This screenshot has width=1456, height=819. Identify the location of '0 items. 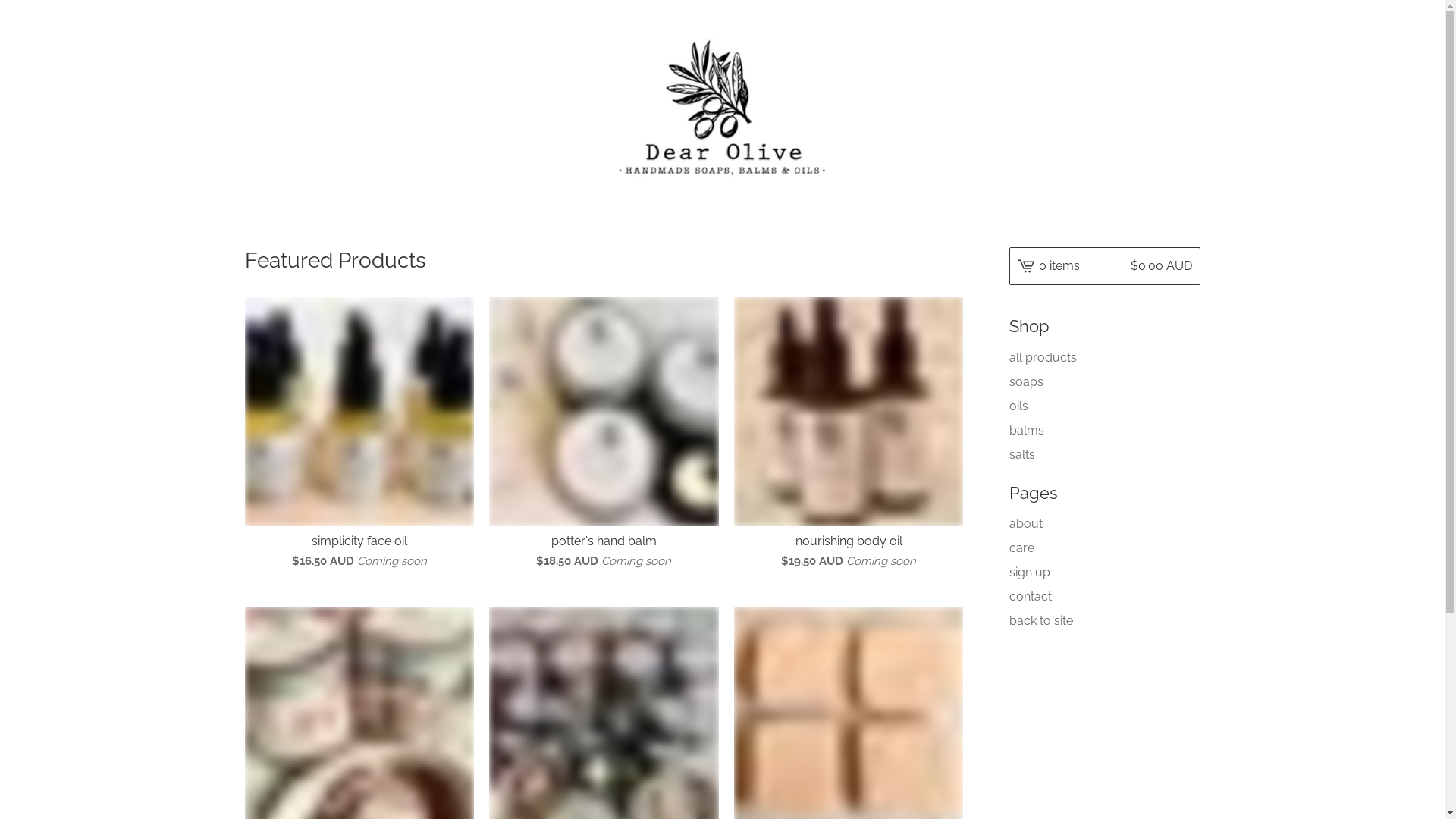
(1008, 265).